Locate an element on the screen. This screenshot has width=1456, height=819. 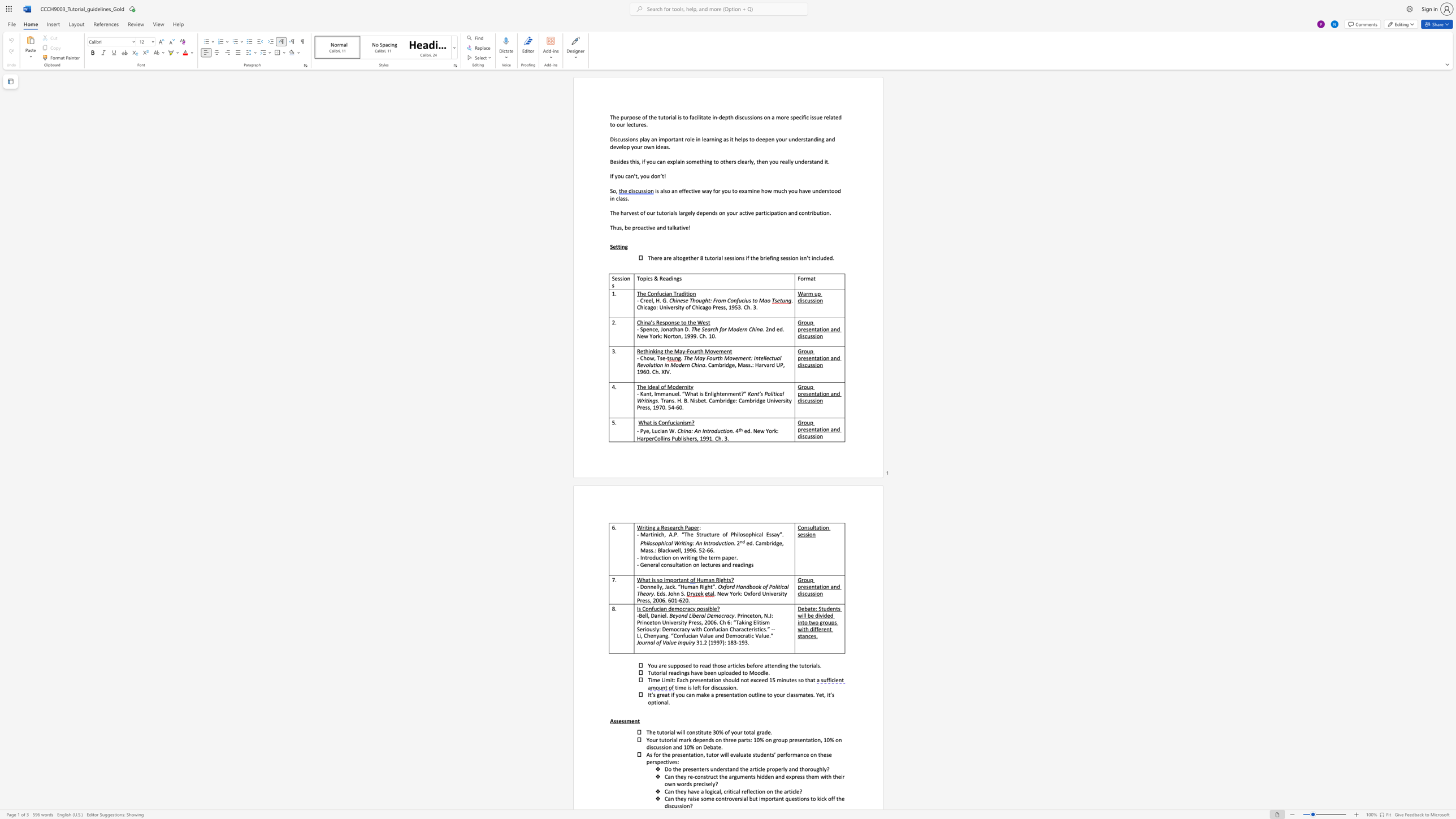
the subset text "s?" within the text "Human Rights?" is located at coordinates (728, 580).